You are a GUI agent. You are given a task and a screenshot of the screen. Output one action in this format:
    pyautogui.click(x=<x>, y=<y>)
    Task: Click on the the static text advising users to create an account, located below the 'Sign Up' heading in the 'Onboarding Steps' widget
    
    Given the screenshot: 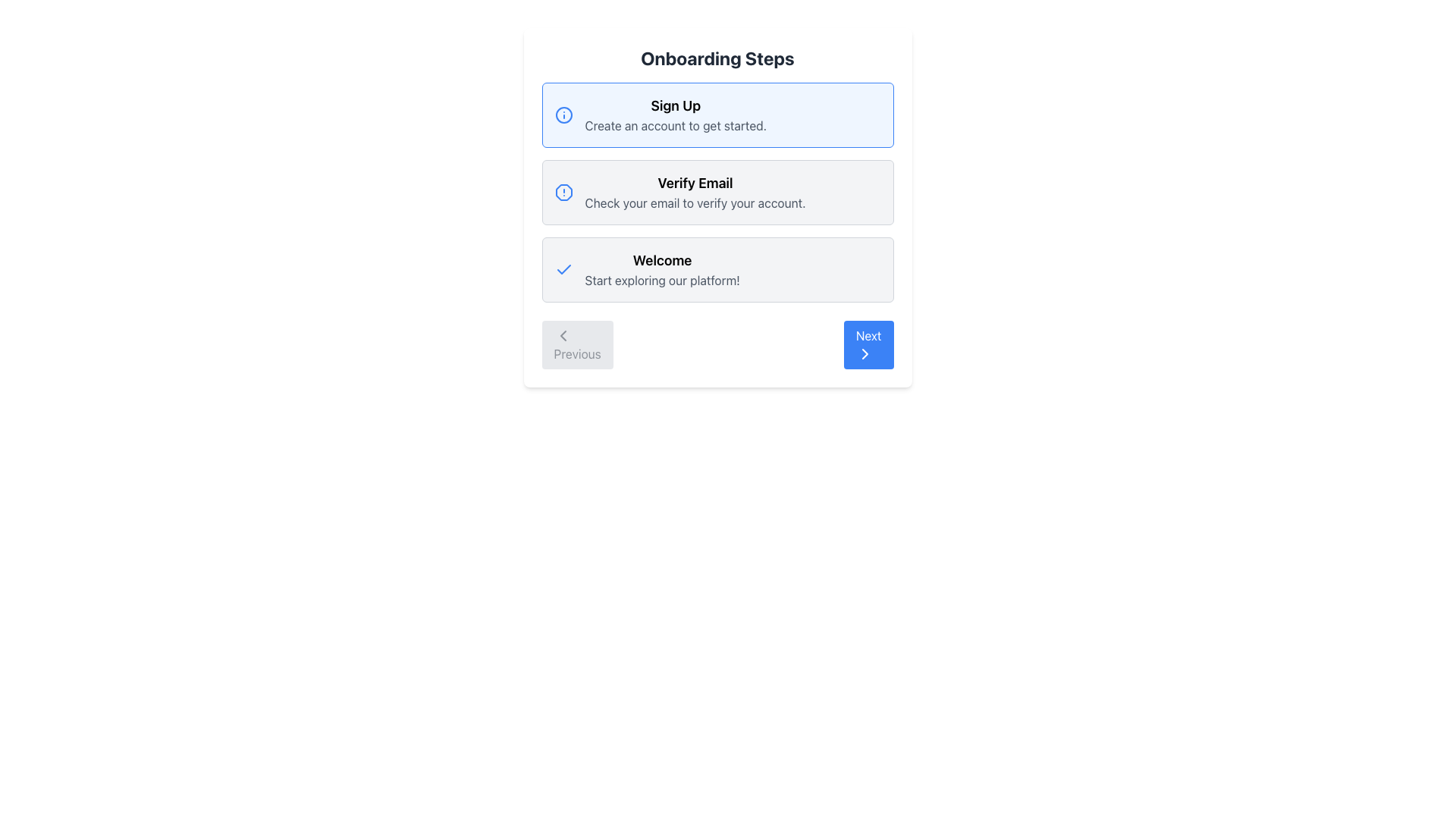 What is the action you would take?
    pyautogui.click(x=675, y=124)
    